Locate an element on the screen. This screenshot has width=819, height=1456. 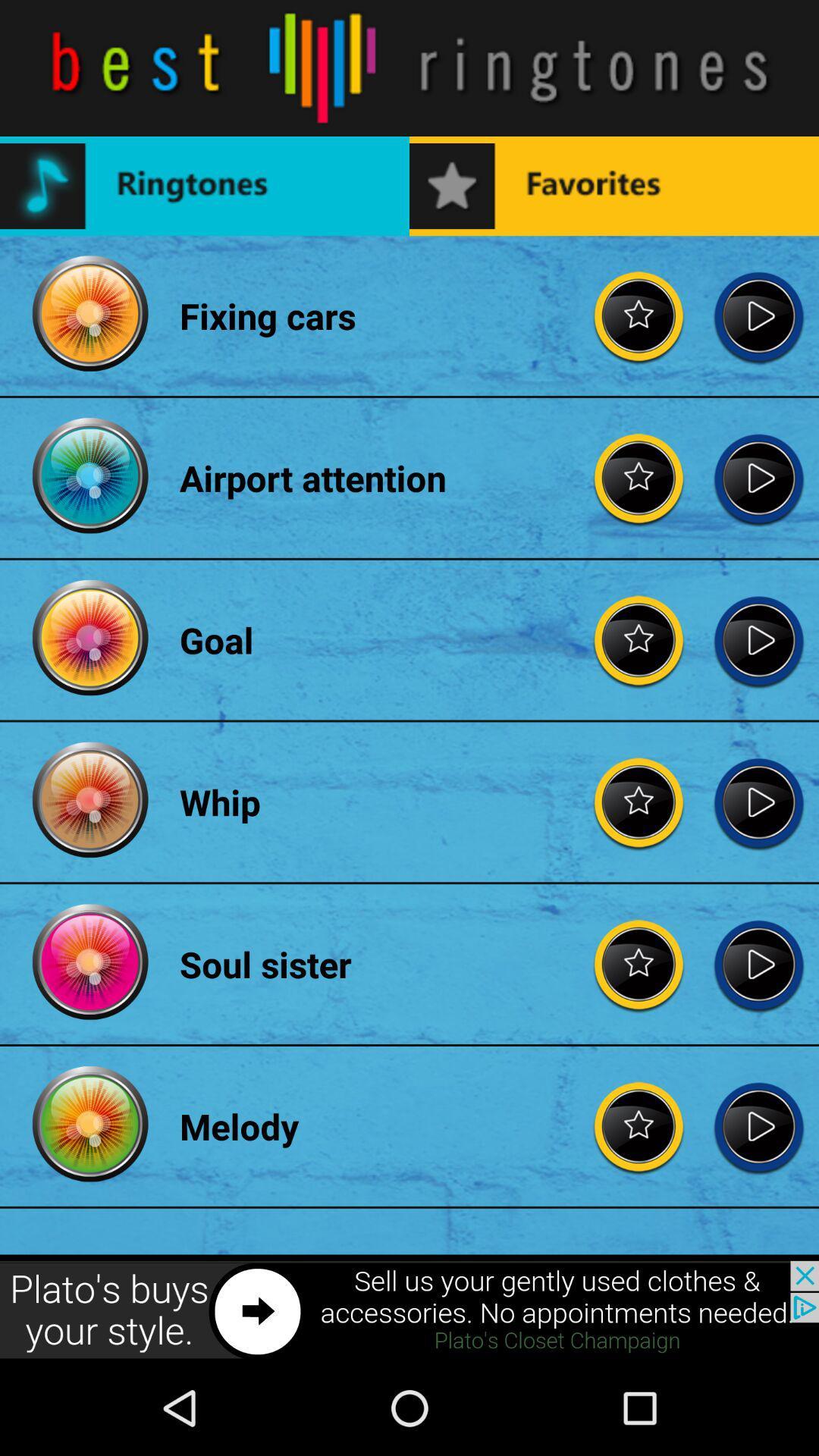
play goal music is located at coordinates (758, 640).